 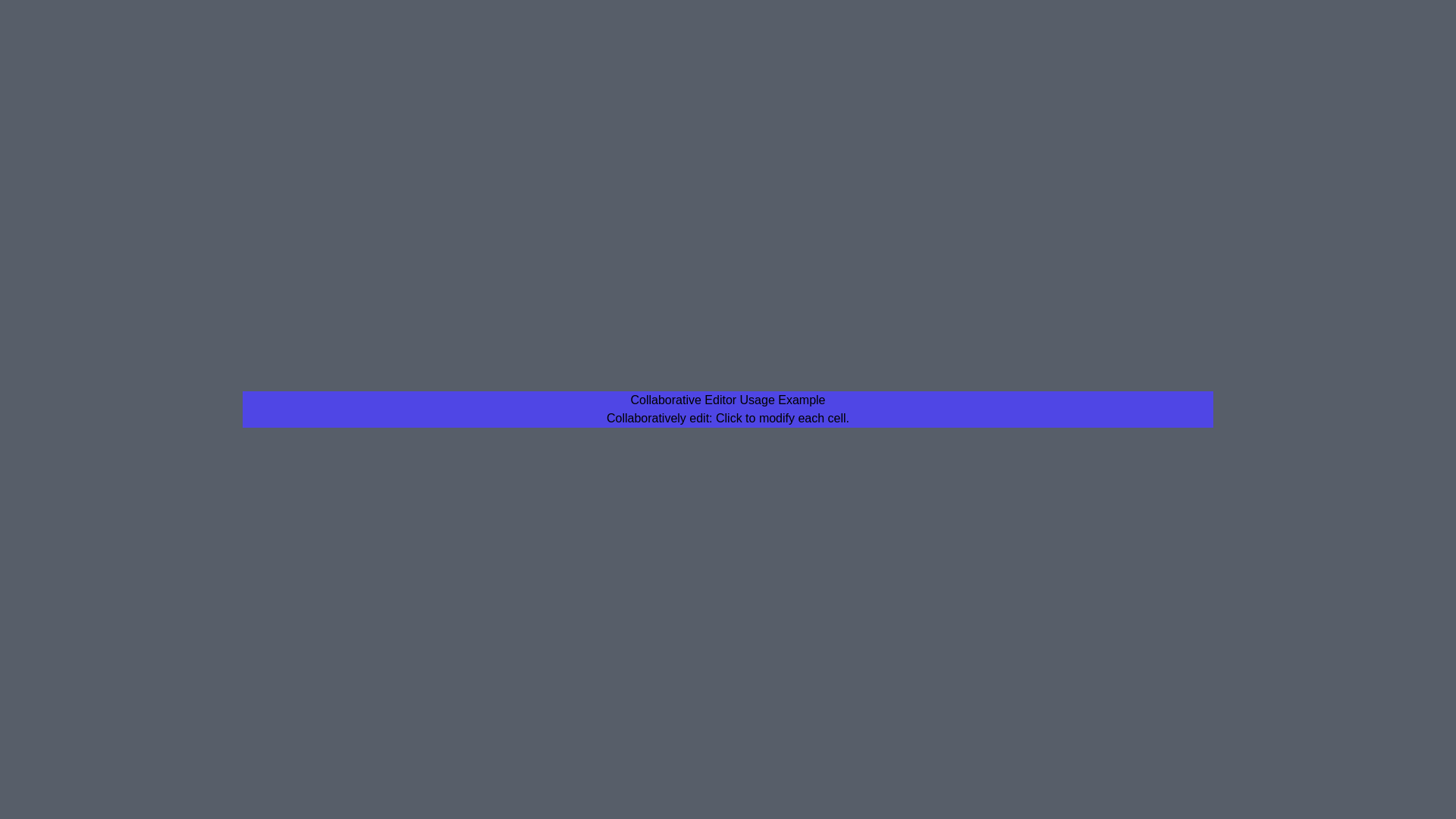 I want to click on the center of the header text to focus on it, so click(x=728, y=400).